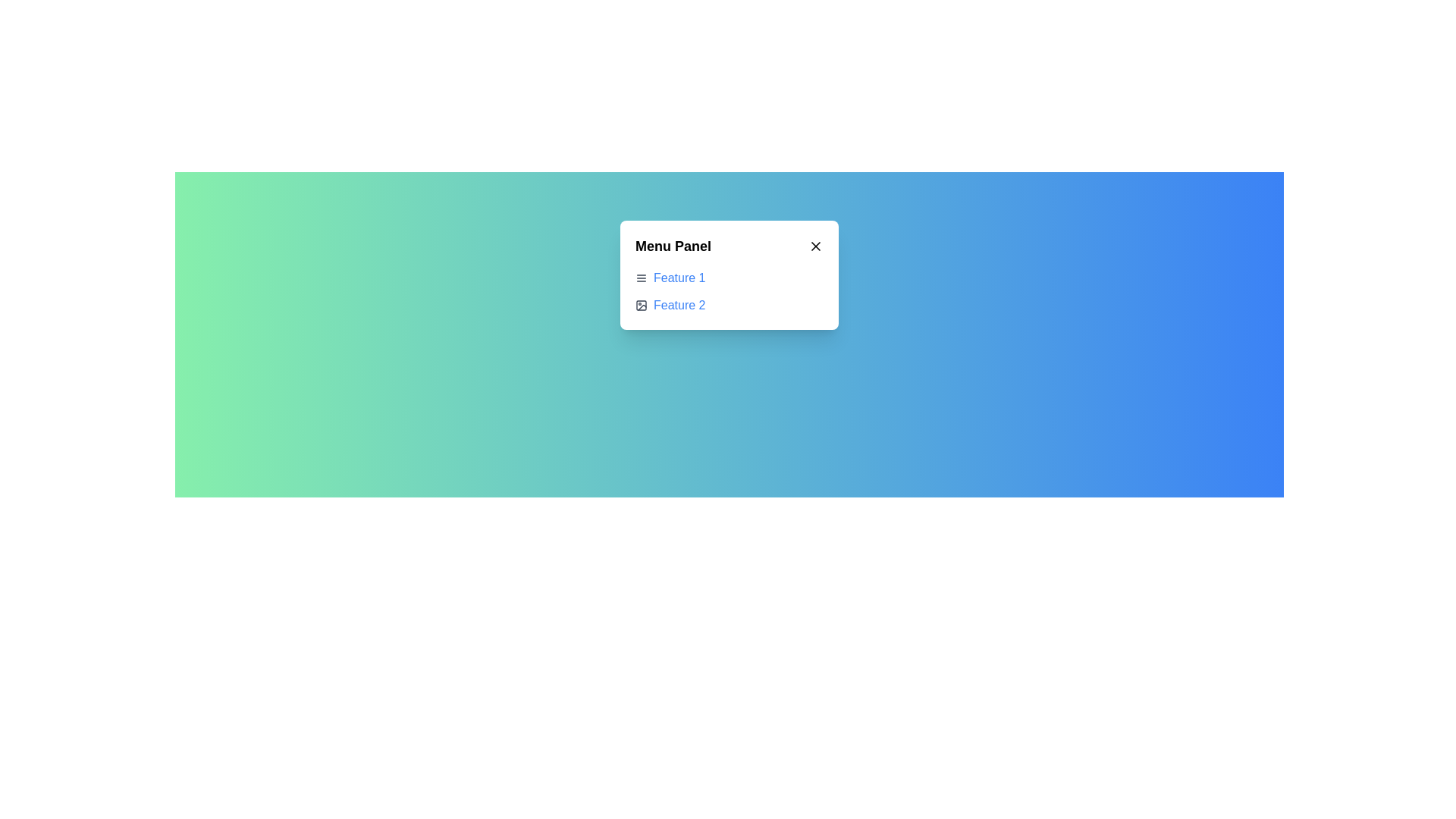 Image resolution: width=1456 pixels, height=819 pixels. What do you see at coordinates (729, 275) in the screenshot?
I see `the 'Menu Panel' element to interact with its features, which include 'Feature 1' and 'Feature 2.'` at bounding box center [729, 275].